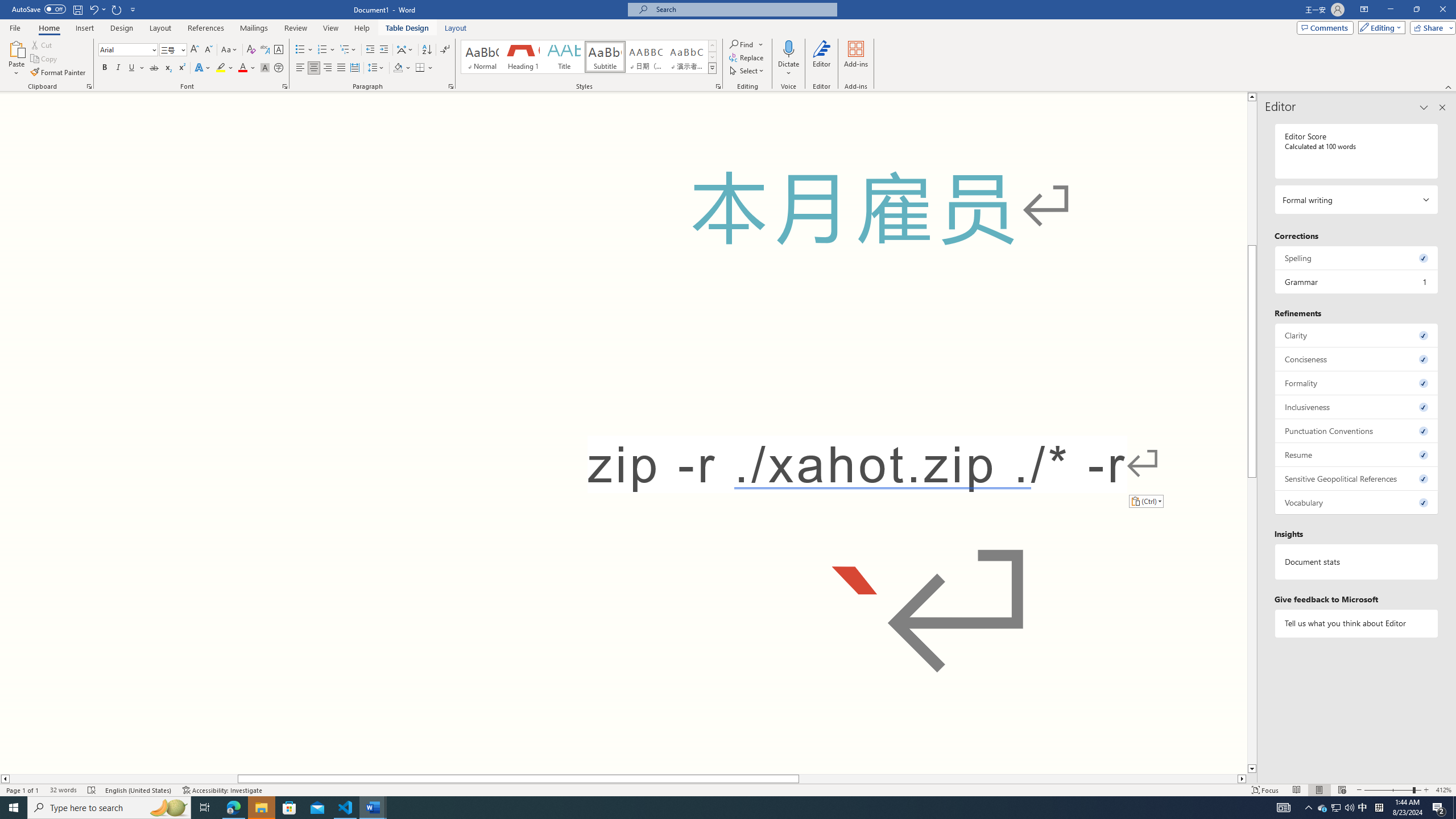 The image size is (1456, 819). I want to click on 'Title', so click(564, 56).